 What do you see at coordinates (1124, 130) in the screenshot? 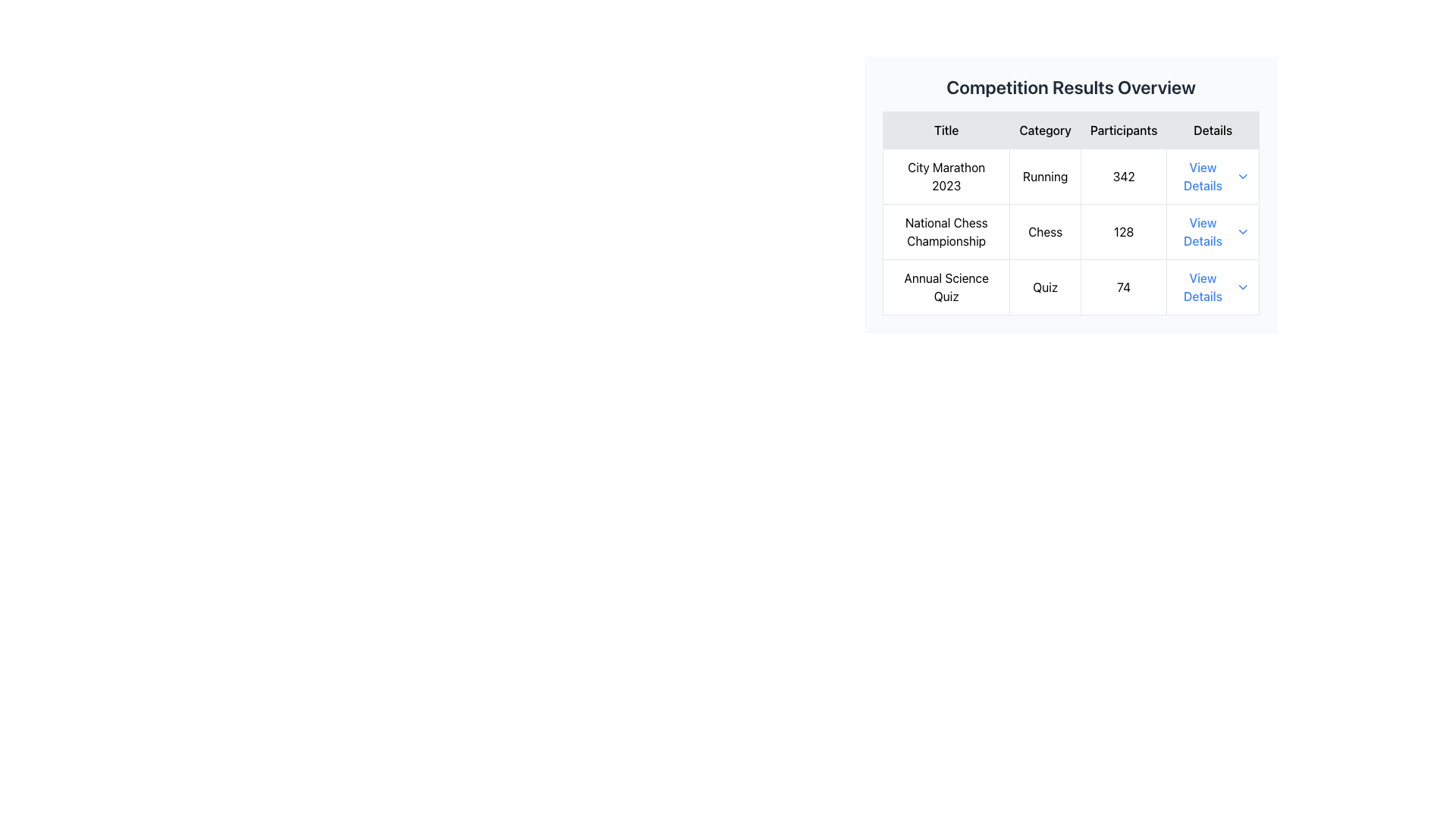
I see `the 'Participants' text label, which is styled with a light gray background and bold font, located in the header row of a table-like structure` at bounding box center [1124, 130].